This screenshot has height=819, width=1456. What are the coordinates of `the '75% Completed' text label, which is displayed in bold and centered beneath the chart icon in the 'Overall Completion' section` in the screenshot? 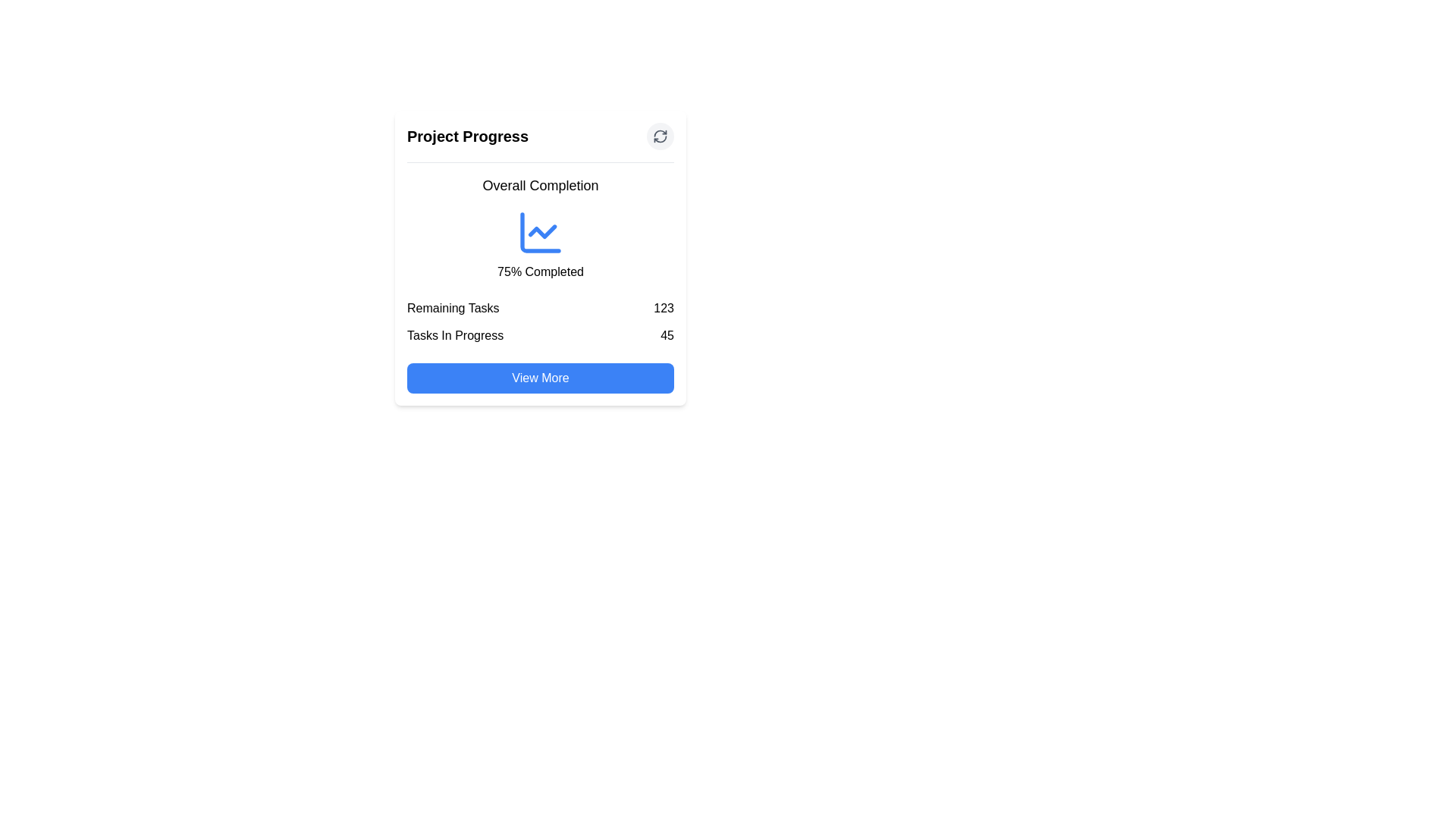 It's located at (541, 271).